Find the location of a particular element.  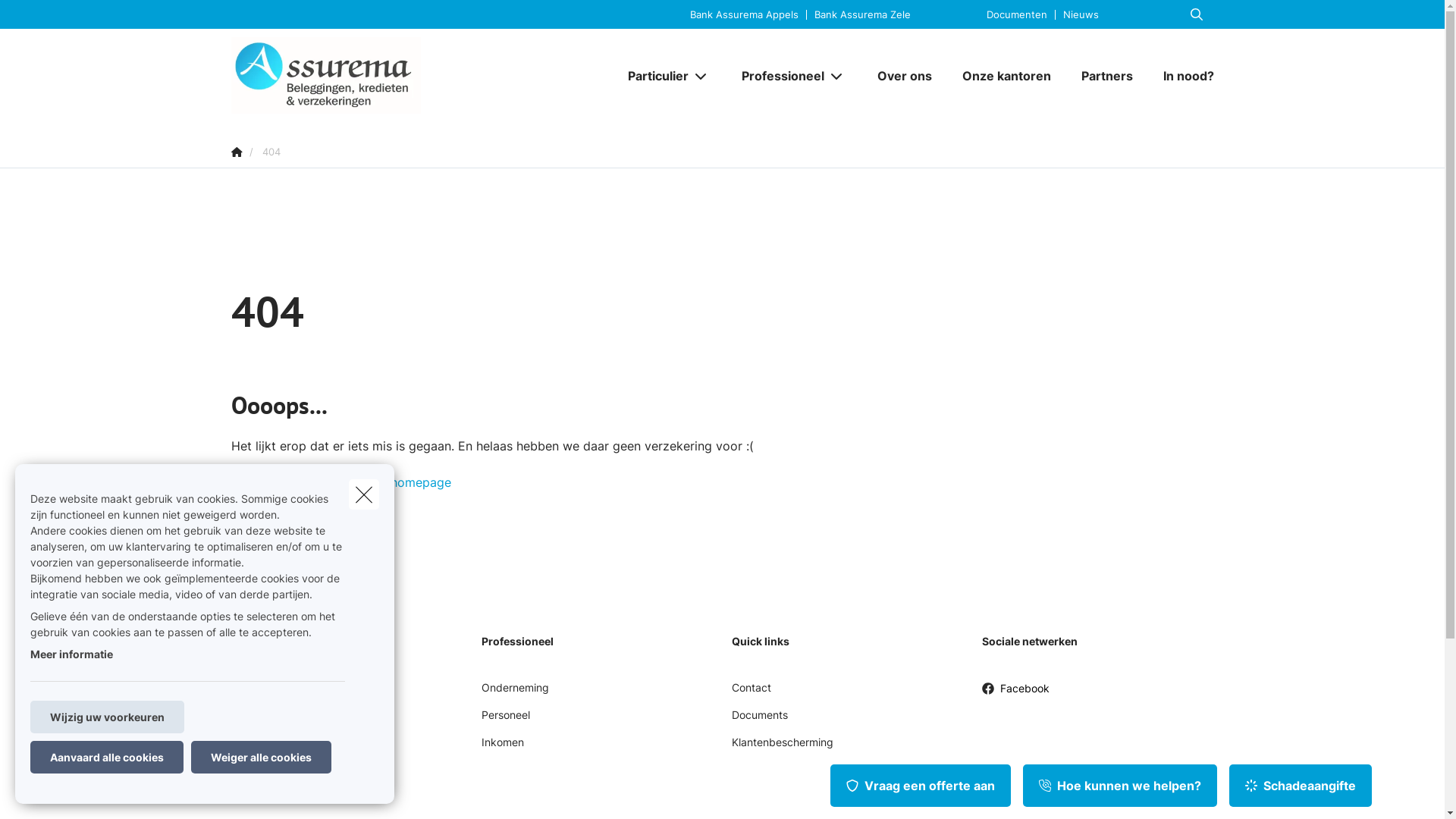

'Bank Assurema Zele' is located at coordinates (861, 14).